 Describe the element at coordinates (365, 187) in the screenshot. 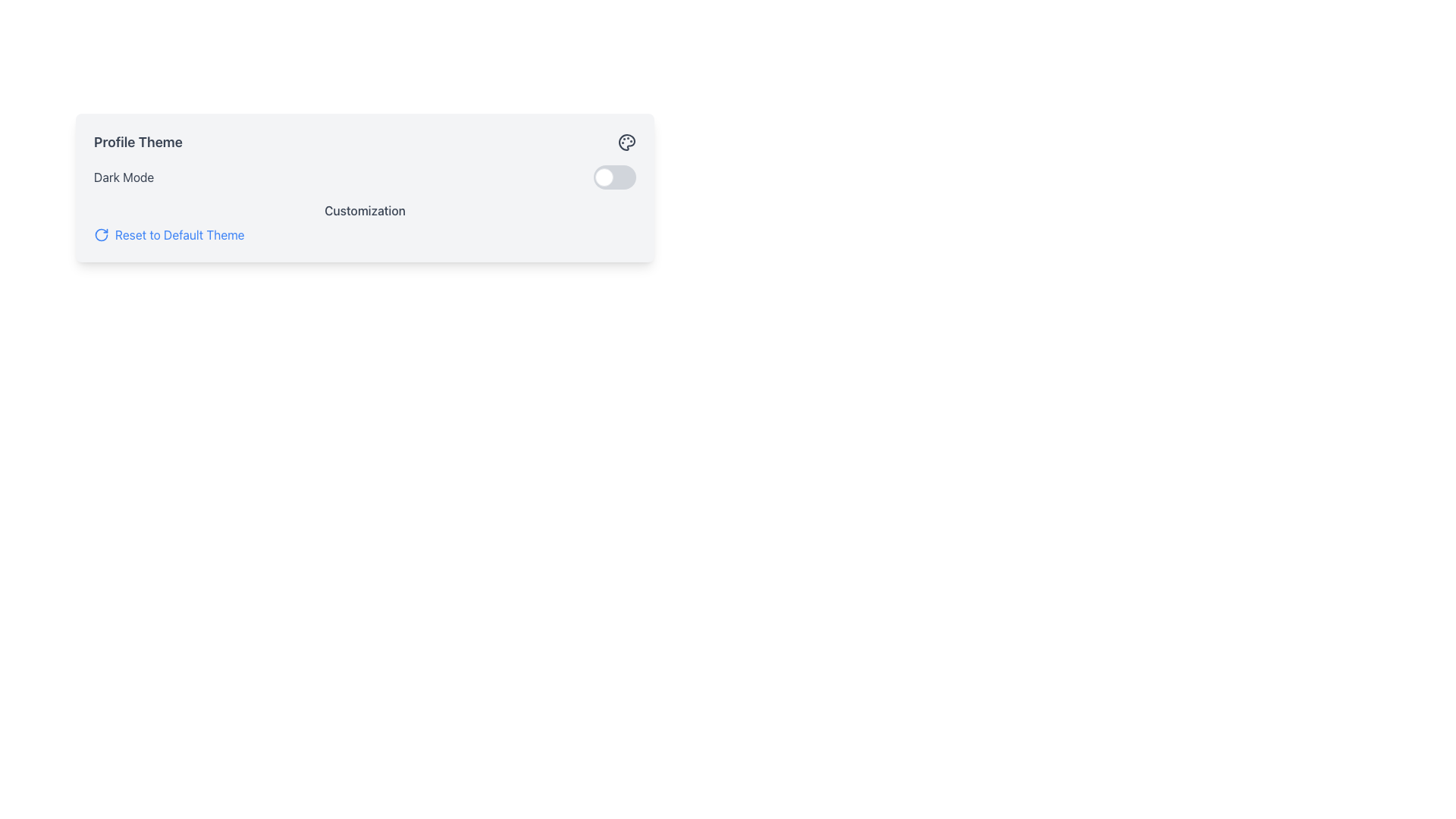

I see `the configuration panel for profile theming` at that location.